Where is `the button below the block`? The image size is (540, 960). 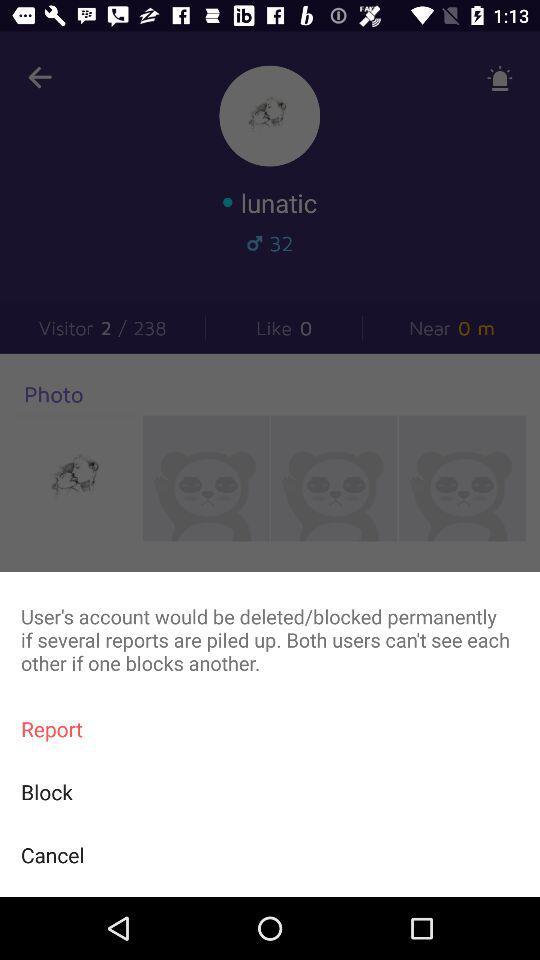 the button below the block is located at coordinates (270, 853).